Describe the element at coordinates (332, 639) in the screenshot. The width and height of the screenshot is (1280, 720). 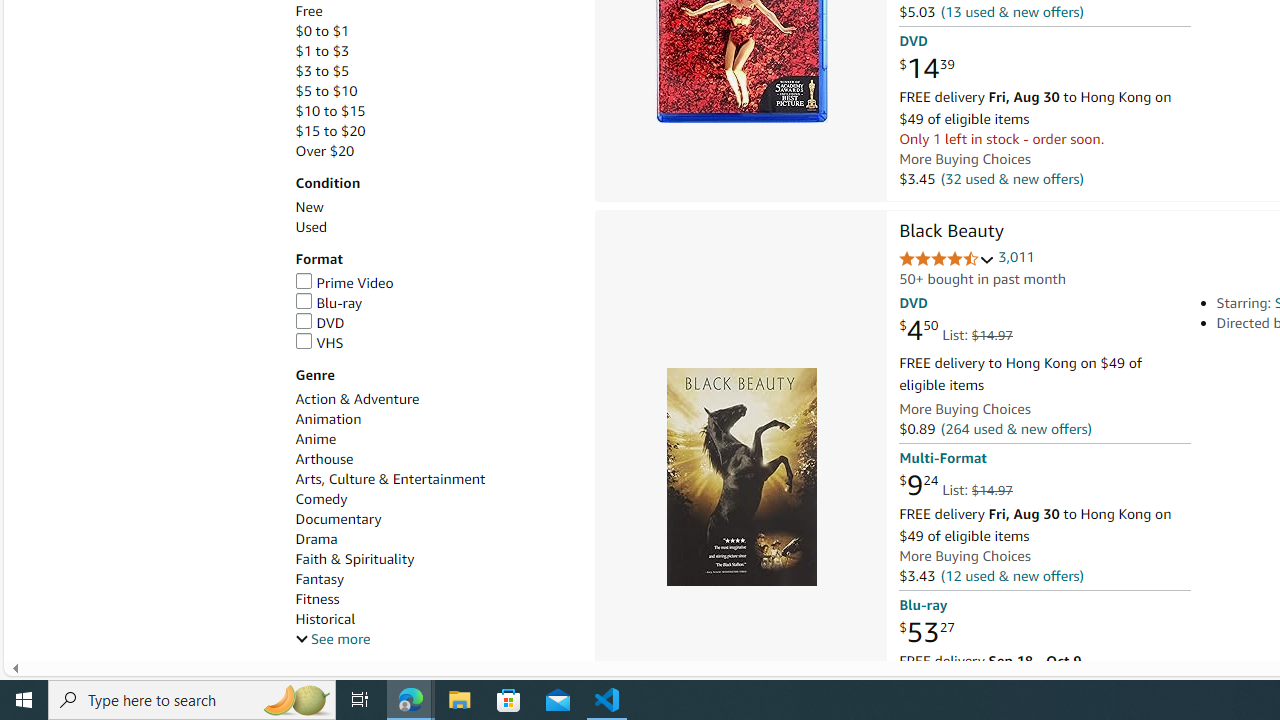
I see `'See more, Genre'` at that location.